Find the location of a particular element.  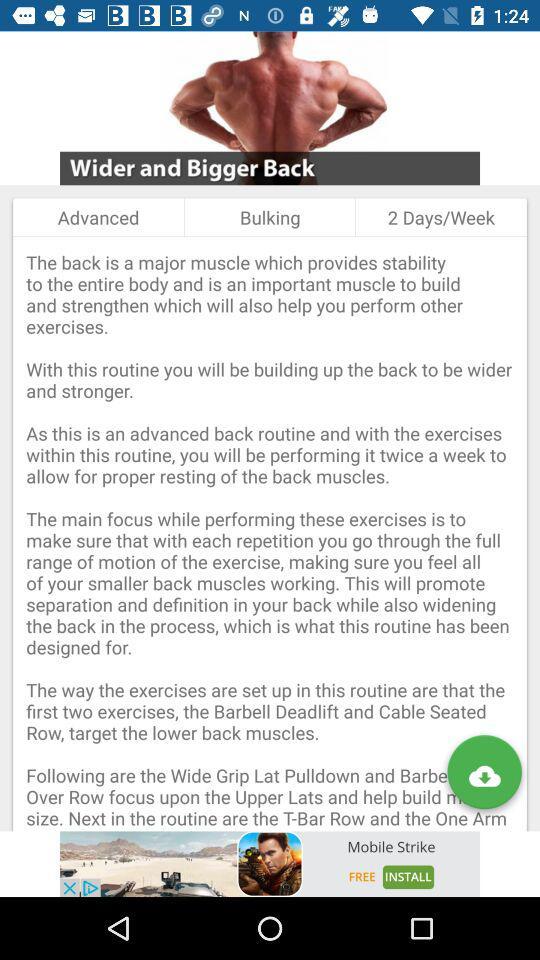

visit advertiser is located at coordinates (270, 863).